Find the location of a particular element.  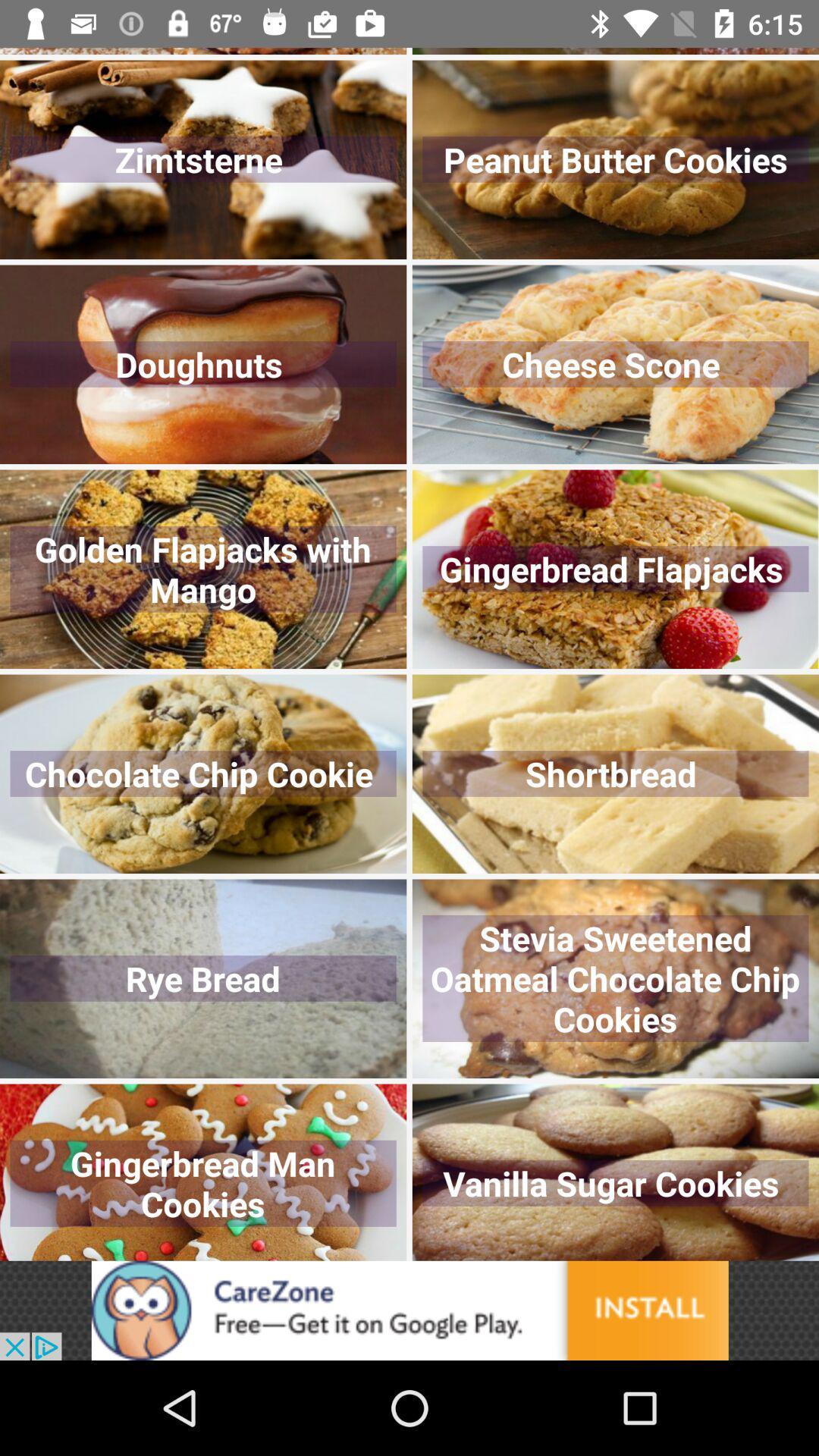

the image which says peanut butter cookies is located at coordinates (616, 160).